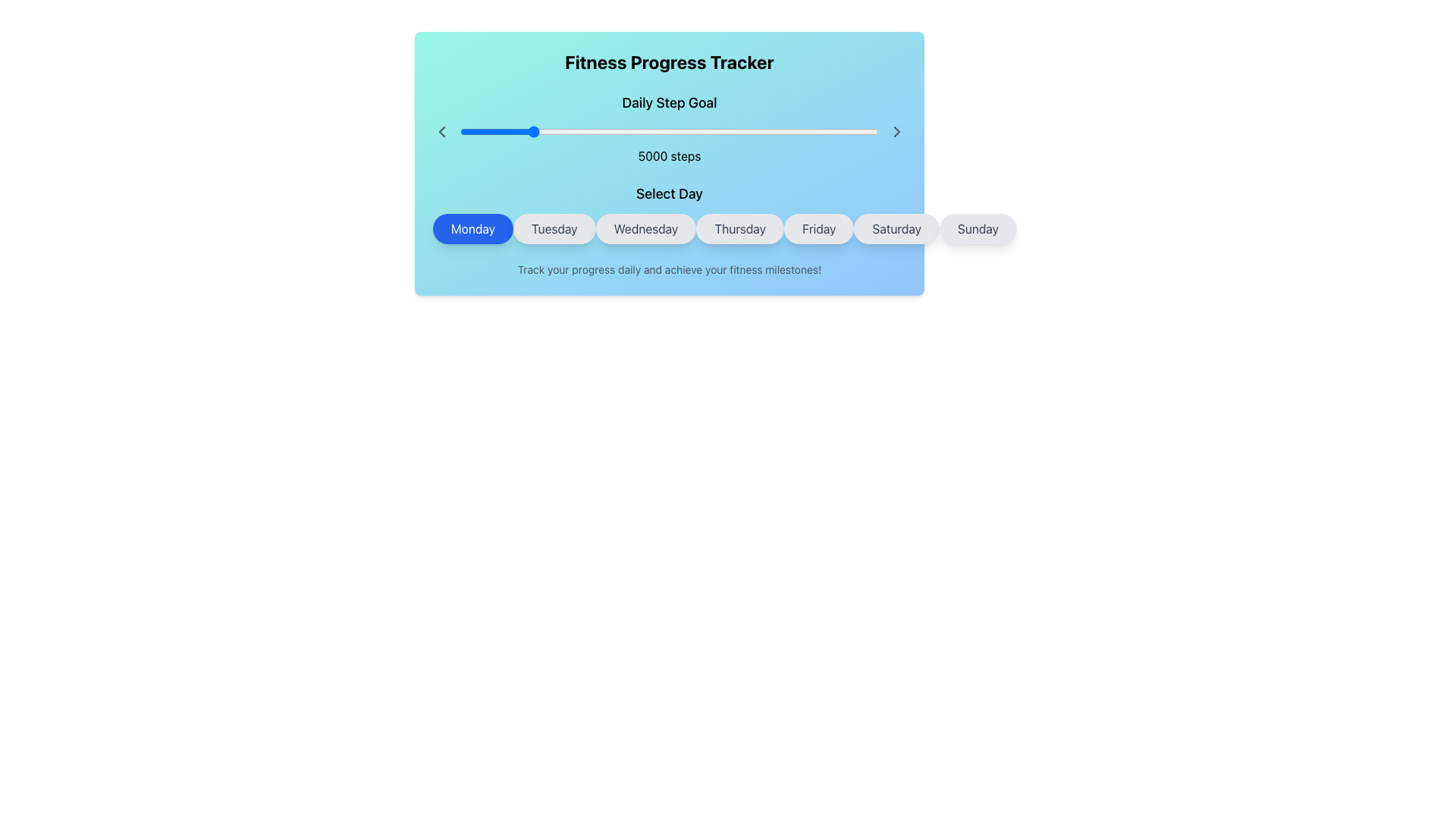  What do you see at coordinates (669, 61) in the screenshot?
I see `the static text header displaying 'Fitness Progress Tracker', which is a bold title text located at the top of the interface` at bounding box center [669, 61].